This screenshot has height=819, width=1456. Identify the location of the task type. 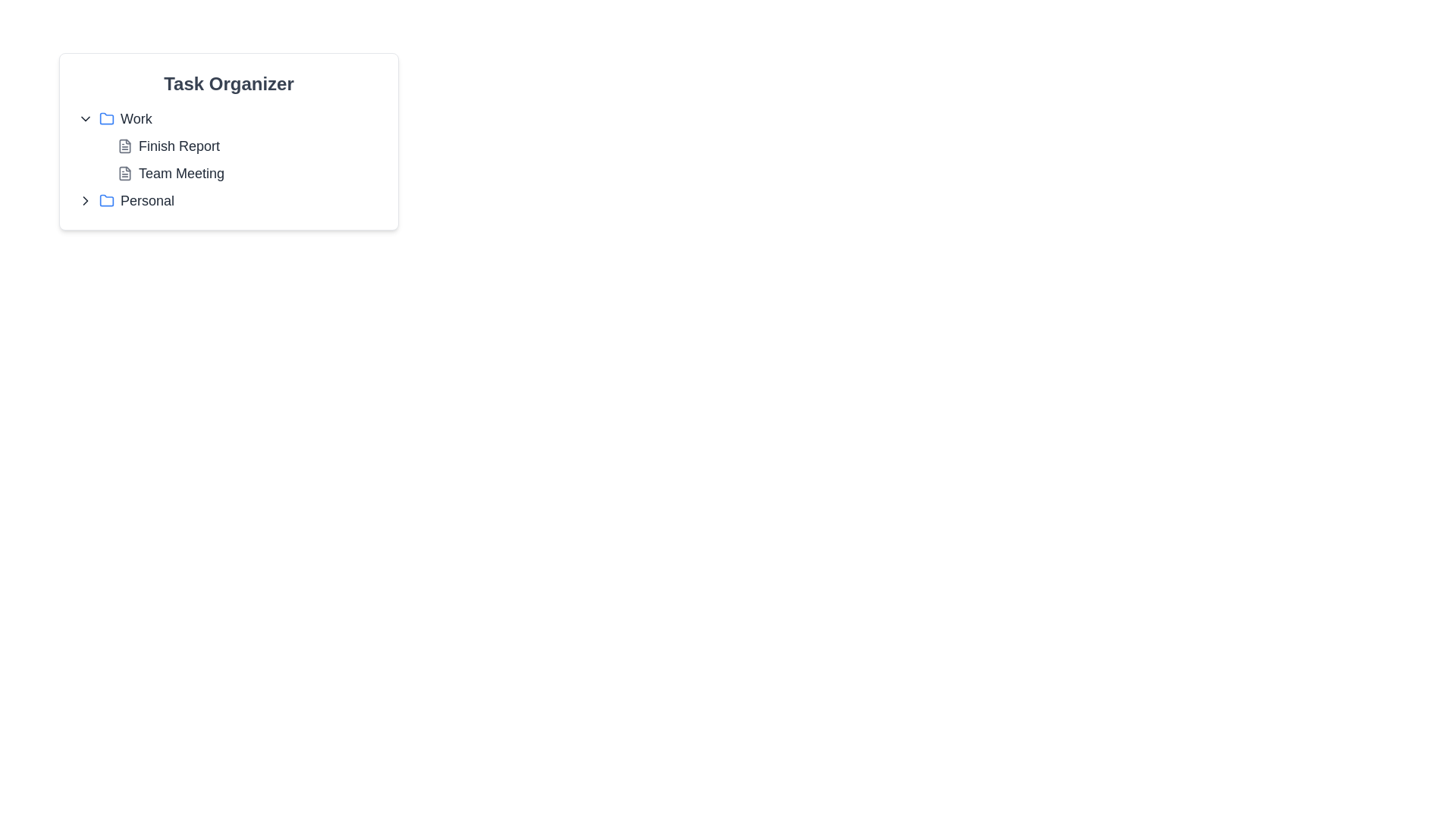
(124, 172).